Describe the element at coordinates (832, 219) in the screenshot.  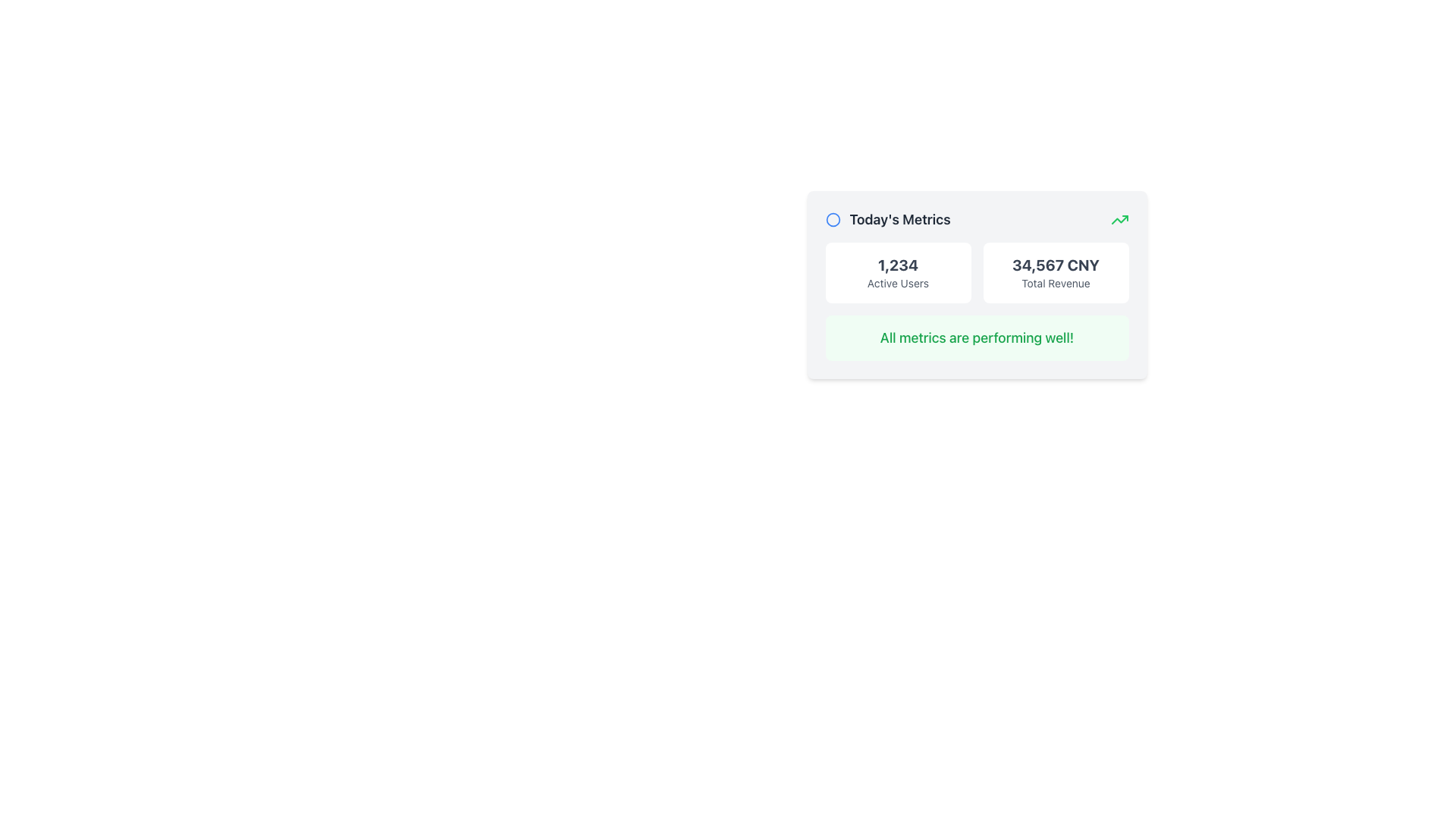
I see `the graphical icon located at the top-left corner of the 'Today's Metrics' card, which serves as a visual branding representation` at that location.